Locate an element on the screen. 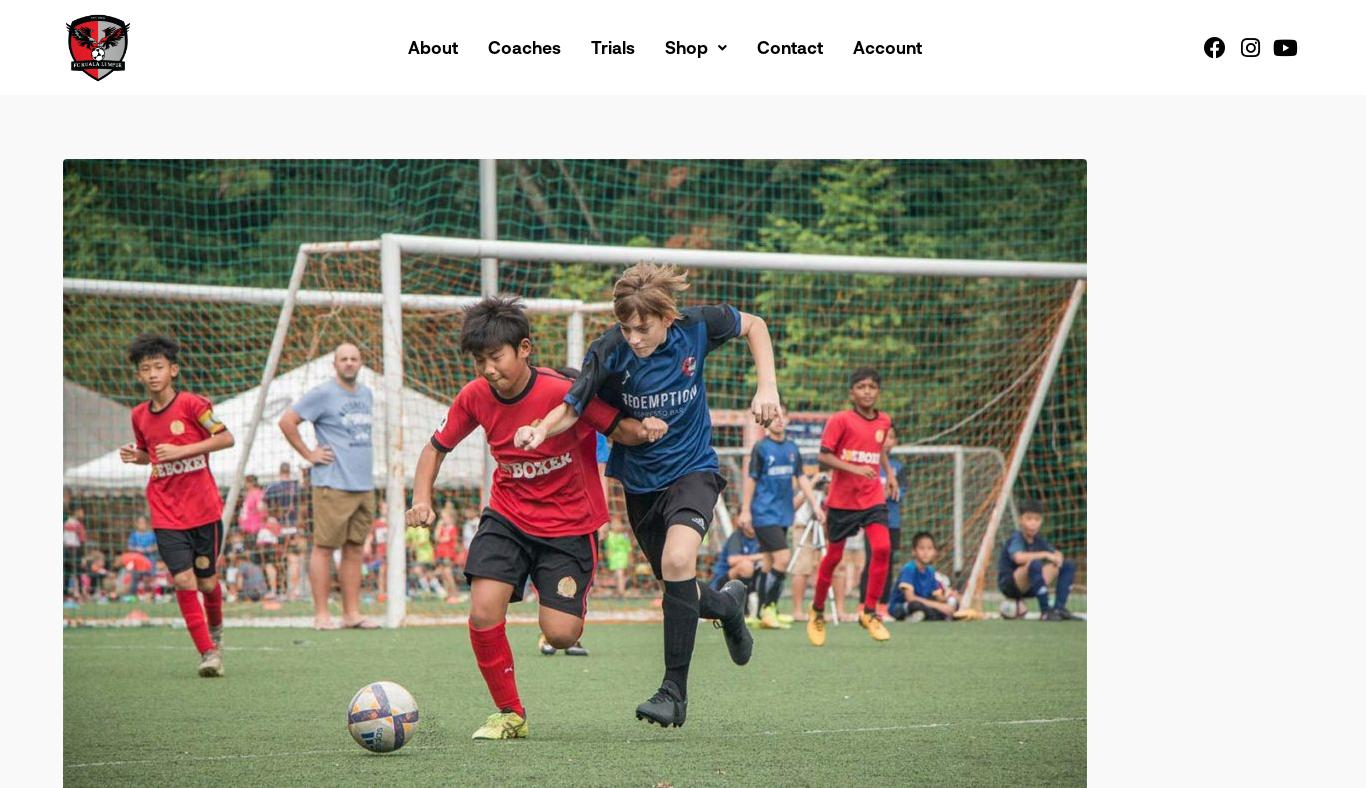  'About' is located at coordinates (432, 45).